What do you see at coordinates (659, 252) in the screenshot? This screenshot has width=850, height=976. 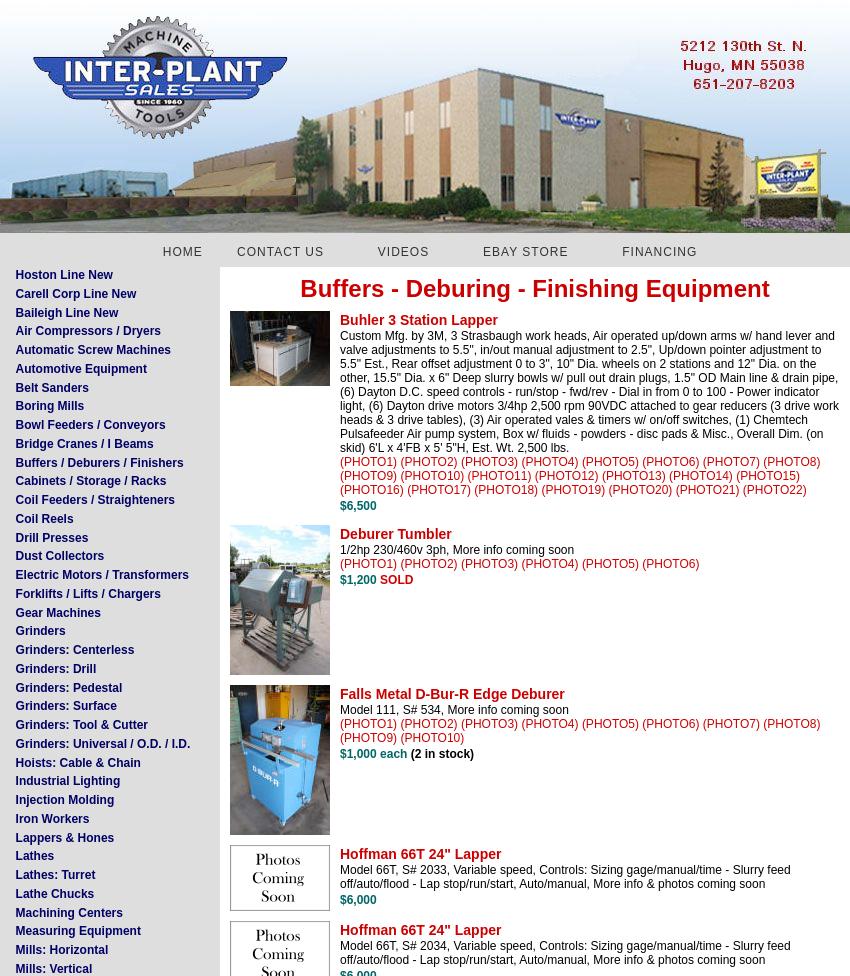 I see `'FINANCING'` at bounding box center [659, 252].